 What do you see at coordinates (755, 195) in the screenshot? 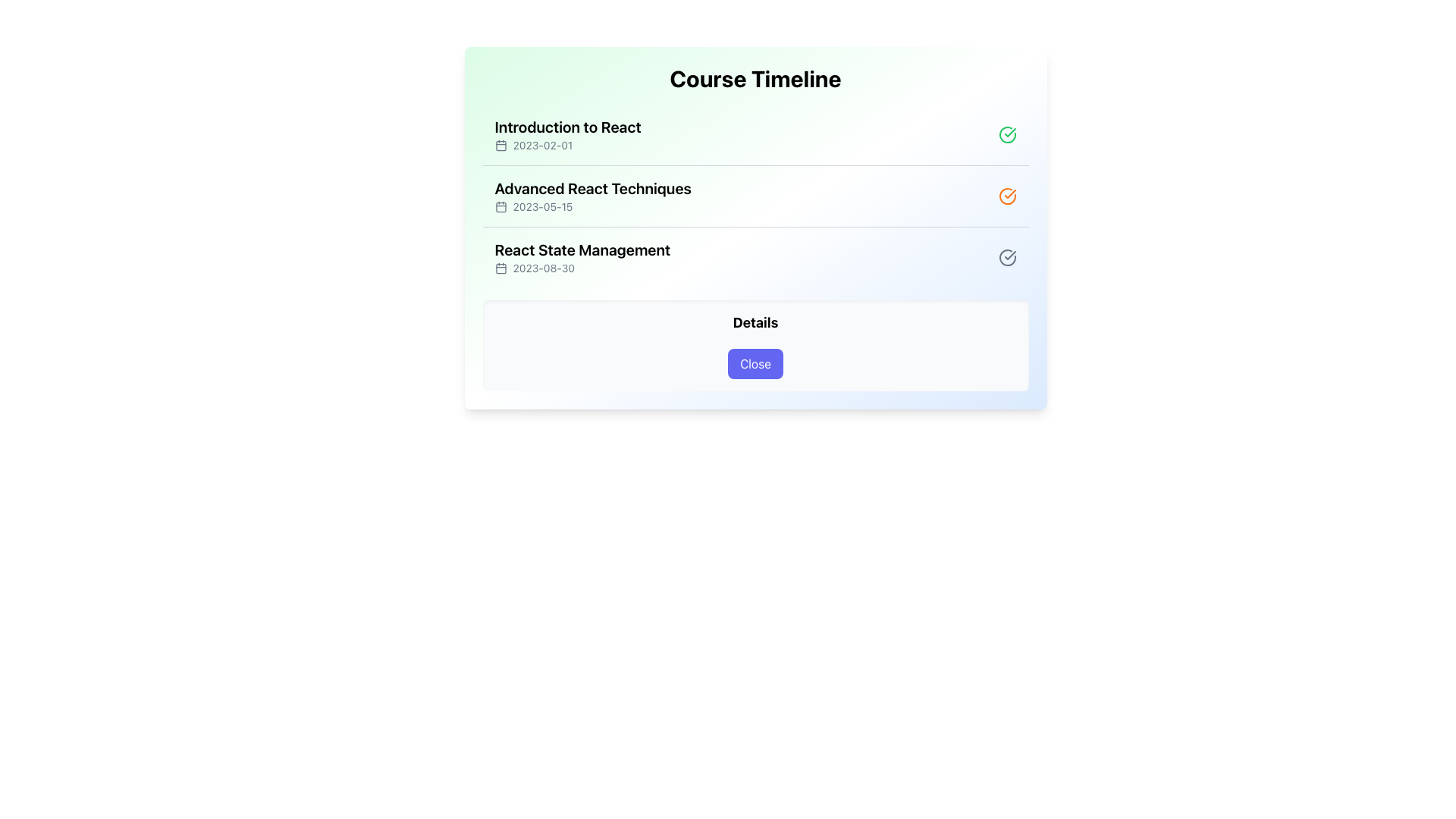
I see `the second list item representing the course entry titled 'Advanced React Techniques' in the 'Course Timeline' section` at bounding box center [755, 195].